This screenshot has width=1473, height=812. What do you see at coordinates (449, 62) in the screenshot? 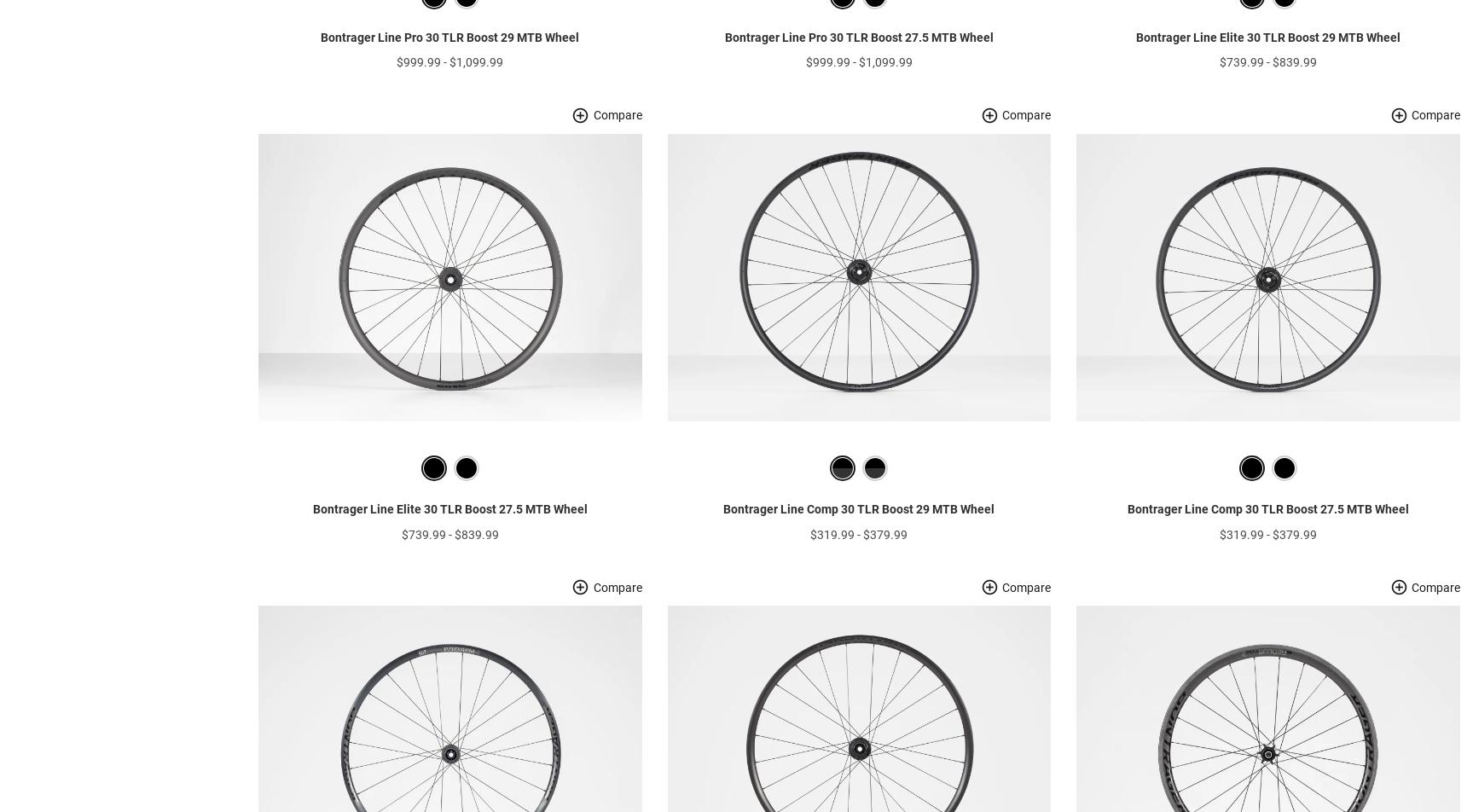
I see `'Bontrager Line Pro 30 TLR Boost 29 MTB Wheel'` at bounding box center [449, 62].